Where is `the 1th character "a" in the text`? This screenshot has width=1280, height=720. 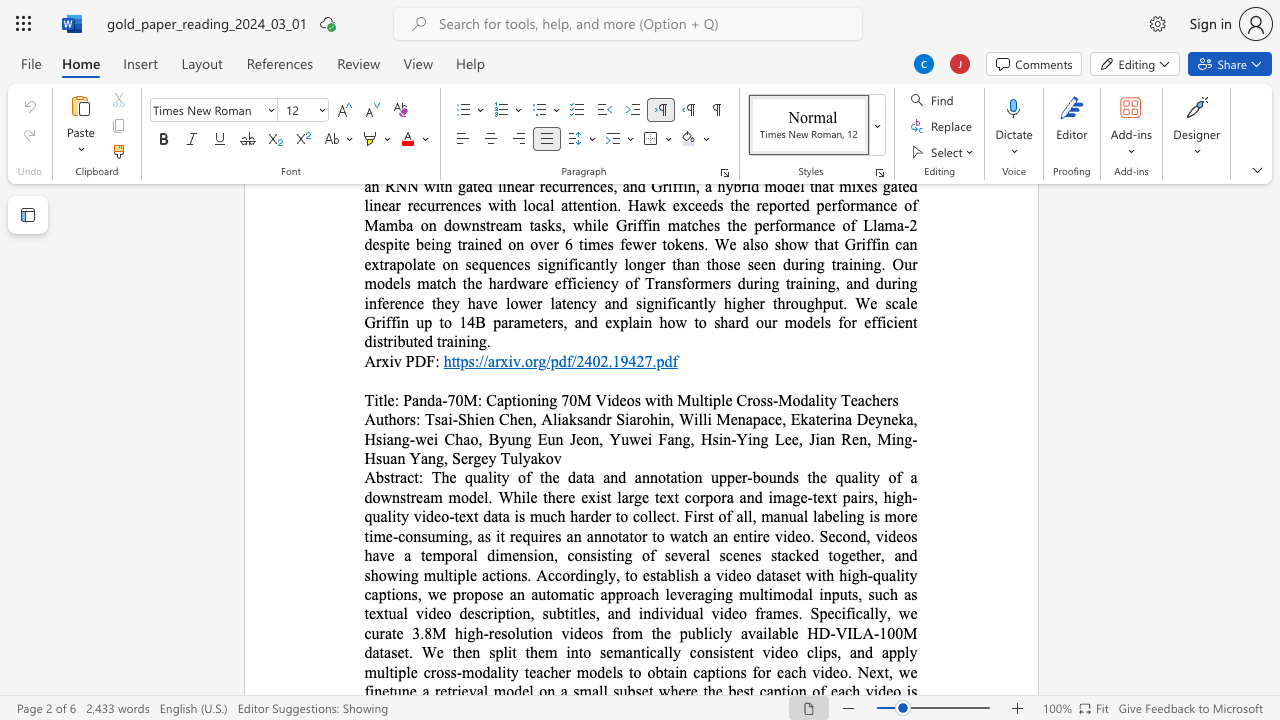
the 1th character "a" in the text is located at coordinates (402, 477).